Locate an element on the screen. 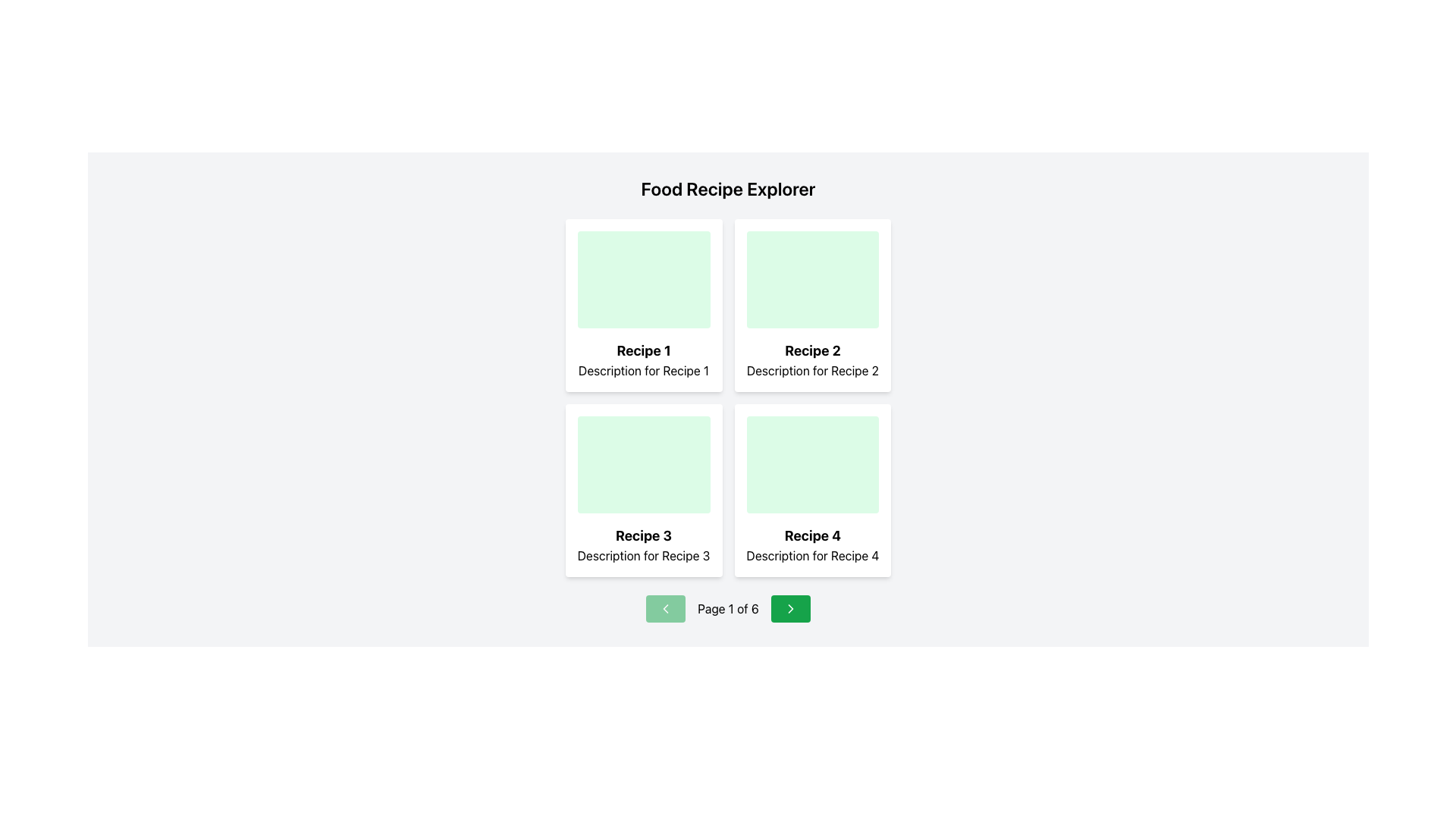  the fourth recipe card titled 'Recipe 4' located in the bottom-right position of the grid is located at coordinates (811, 491).